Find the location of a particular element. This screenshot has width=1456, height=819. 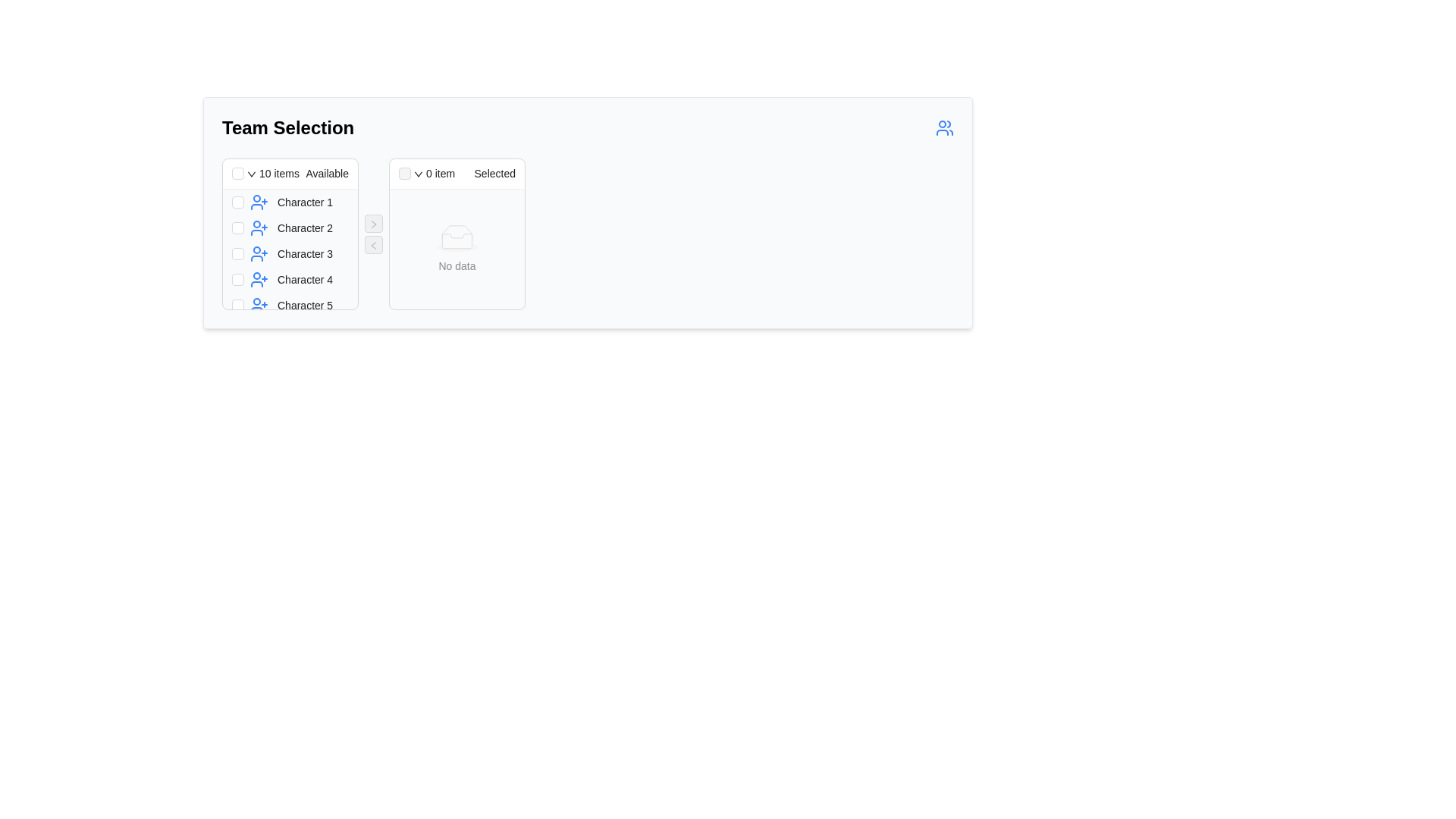

the user profile icon with a plus sign styled in blue, located to the left of 'Character 1' in the 'Team Selection' section is located at coordinates (259, 201).